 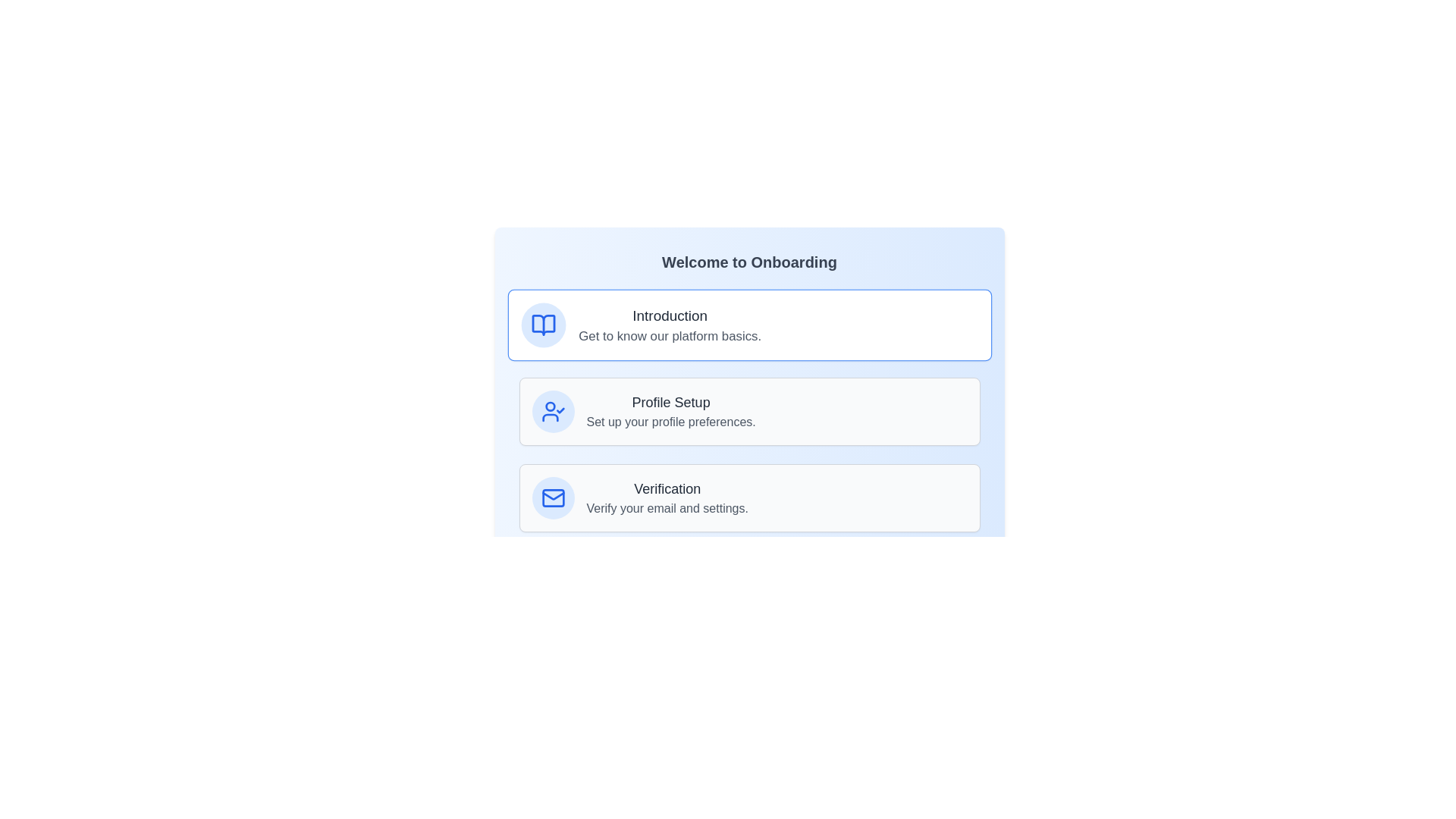 I want to click on the blue icon featuring a person with a checkmark, which represents 'user check', located in the middle section of the 'Profile Setup' area, so click(x=552, y=412).